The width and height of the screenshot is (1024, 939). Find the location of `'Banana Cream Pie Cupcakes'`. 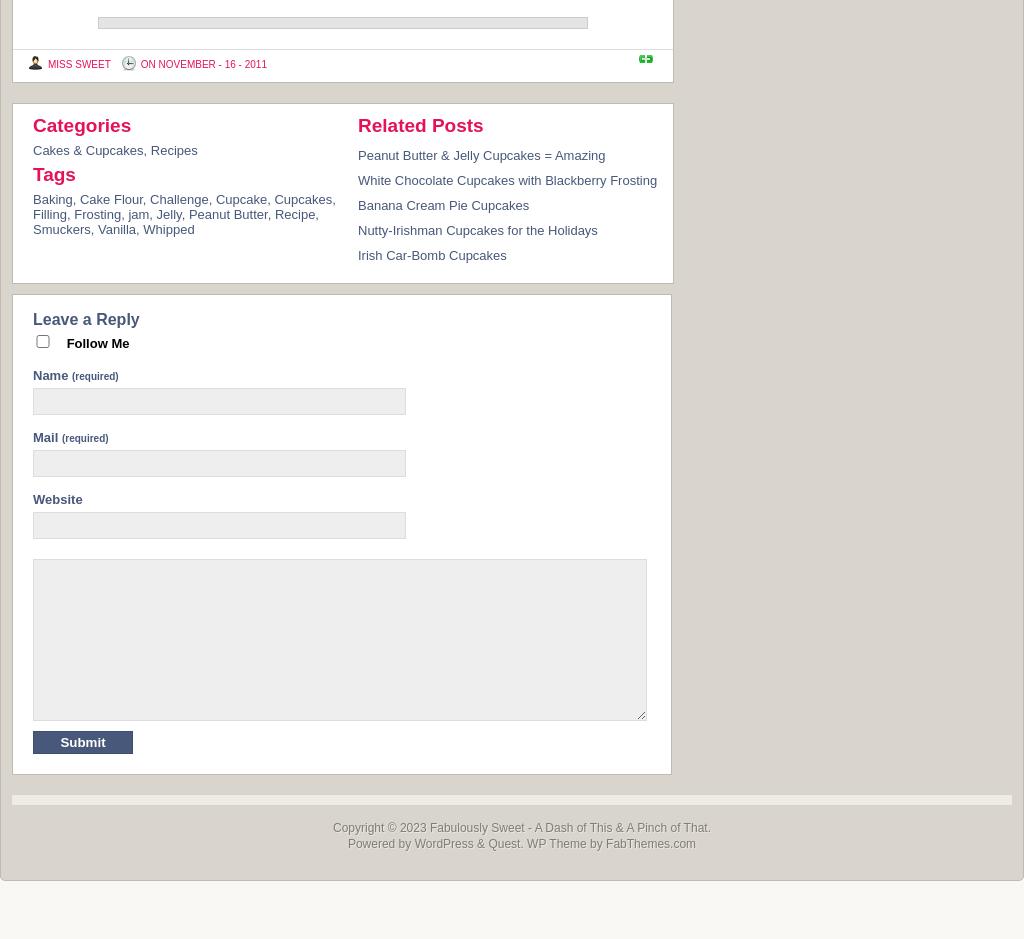

'Banana Cream Pie Cupcakes' is located at coordinates (443, 203).